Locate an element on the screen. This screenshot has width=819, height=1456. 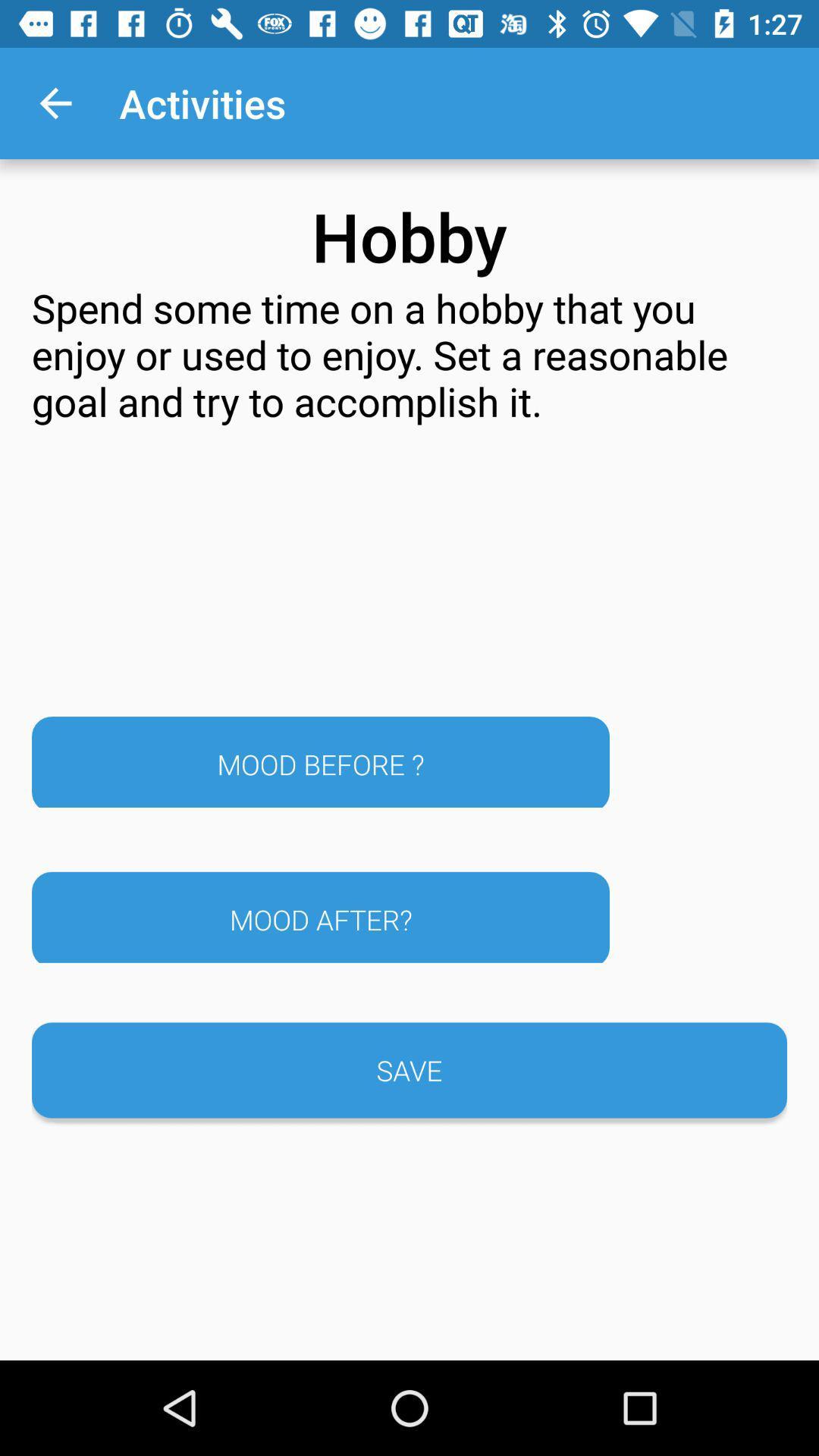
icon next to the activities icon is located at coordinates (55, 102).